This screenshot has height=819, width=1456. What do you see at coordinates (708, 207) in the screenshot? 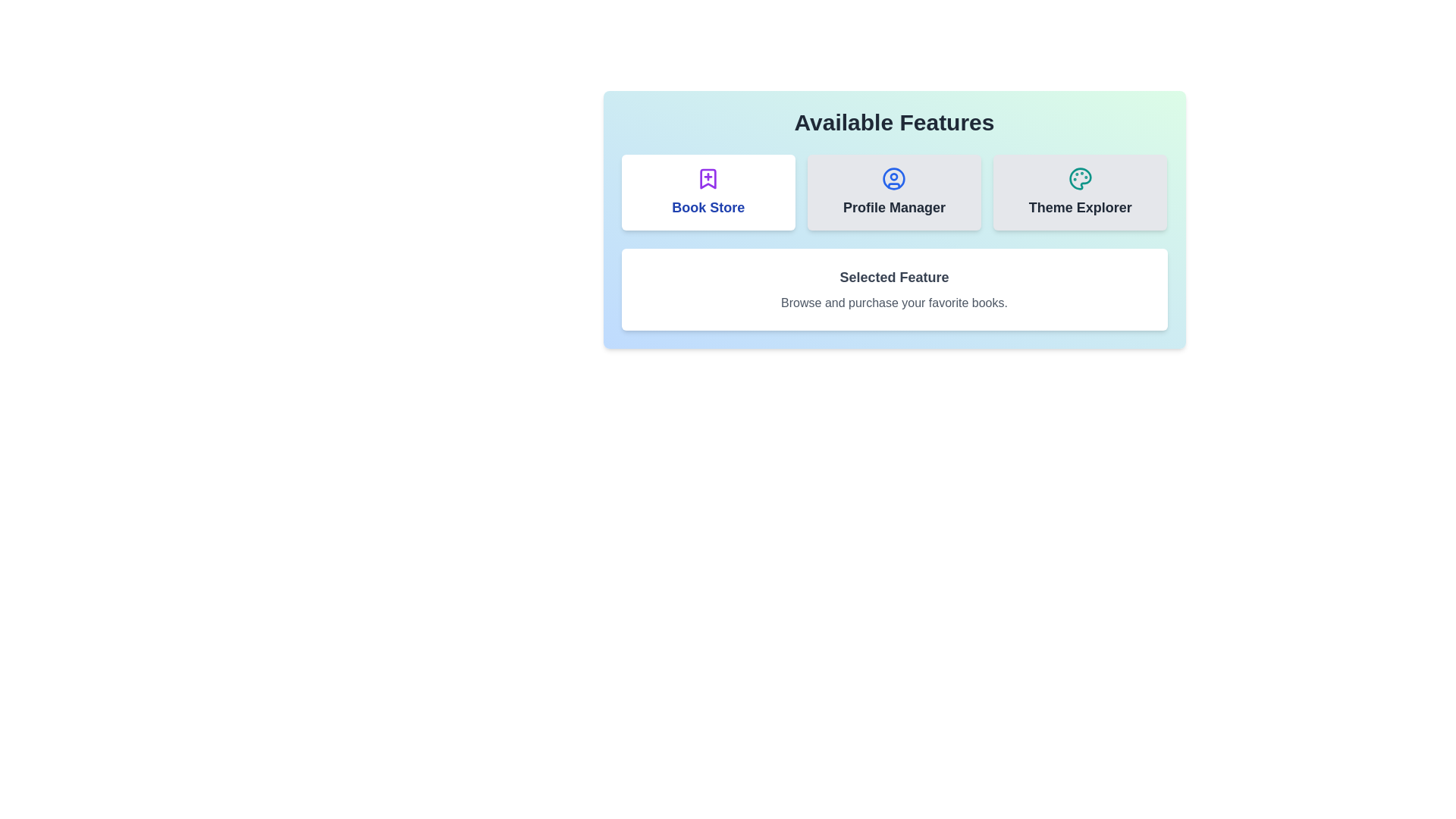
I see `text of the label located below the bookmark icon in the 'Available Features' section, which describes the feature for browsing and purchasing books` at bounding box center [708, 207].